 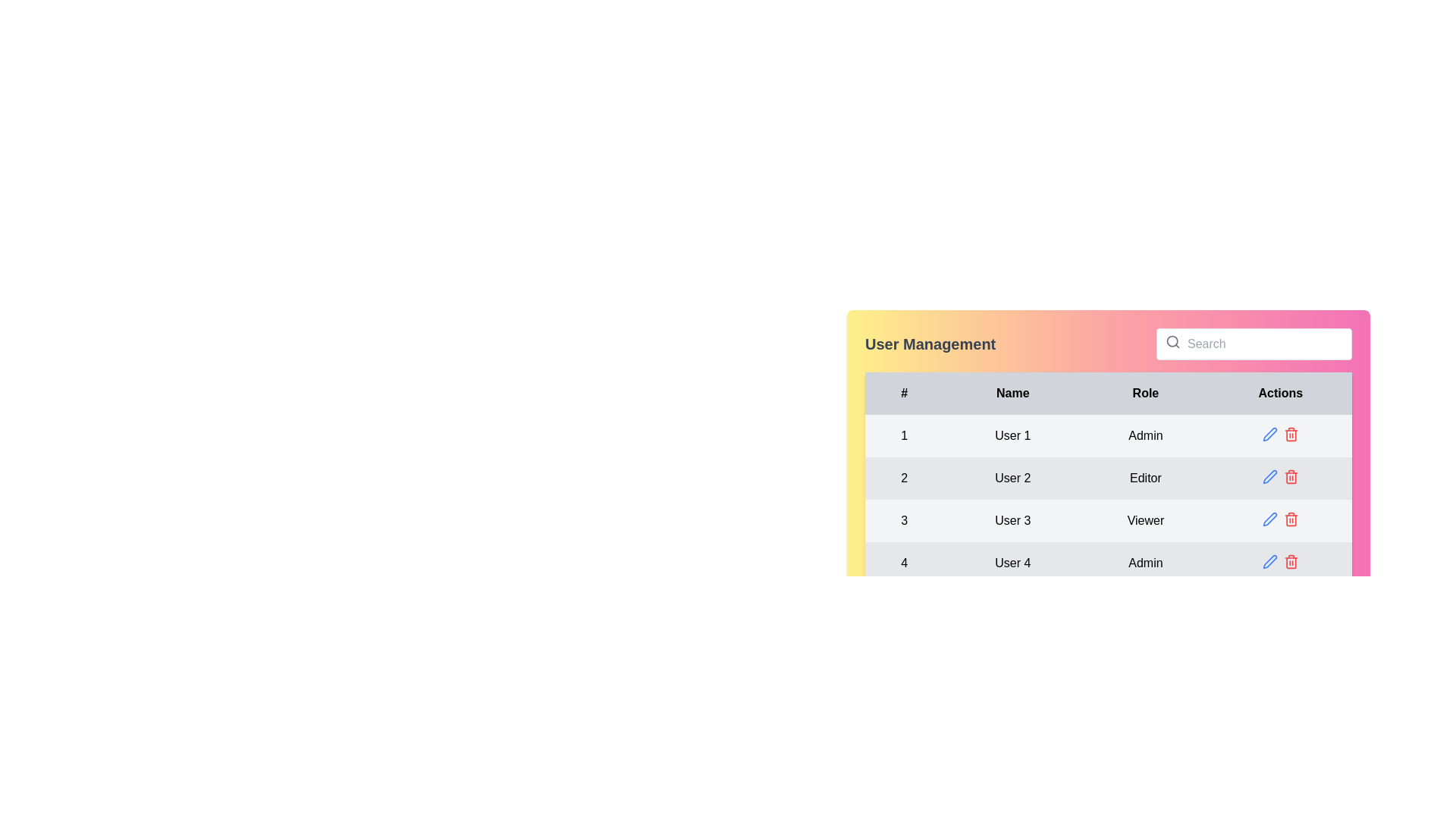 I want to click on the 'Viewer' text label, which is located in the third row under the 'Role' column of the user management table, on a light gray background, so click(x=1145, y=519).